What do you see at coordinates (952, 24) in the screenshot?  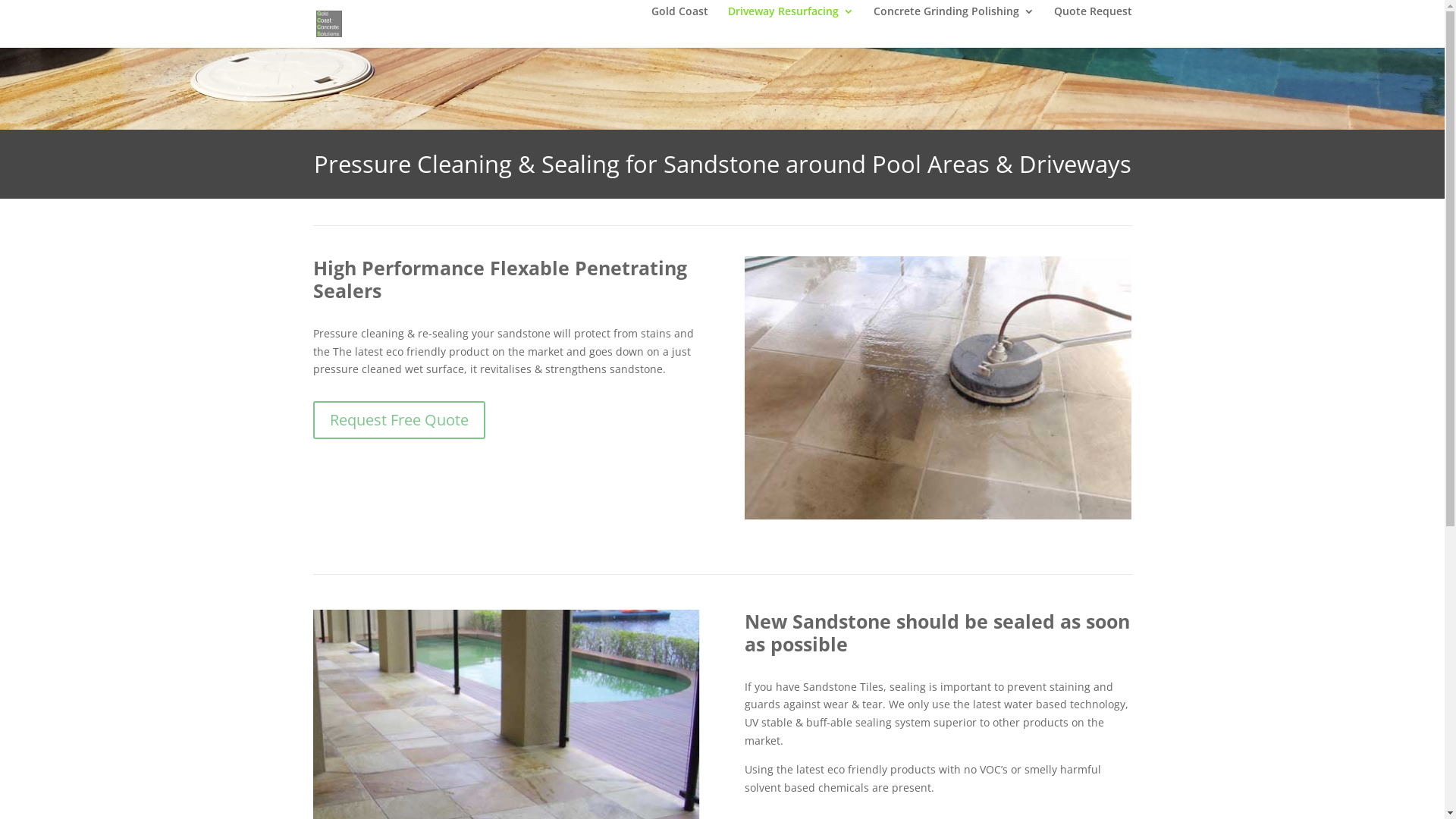 I see `'Concrete Grinding Polishing'` at bounding box center [952, 24].